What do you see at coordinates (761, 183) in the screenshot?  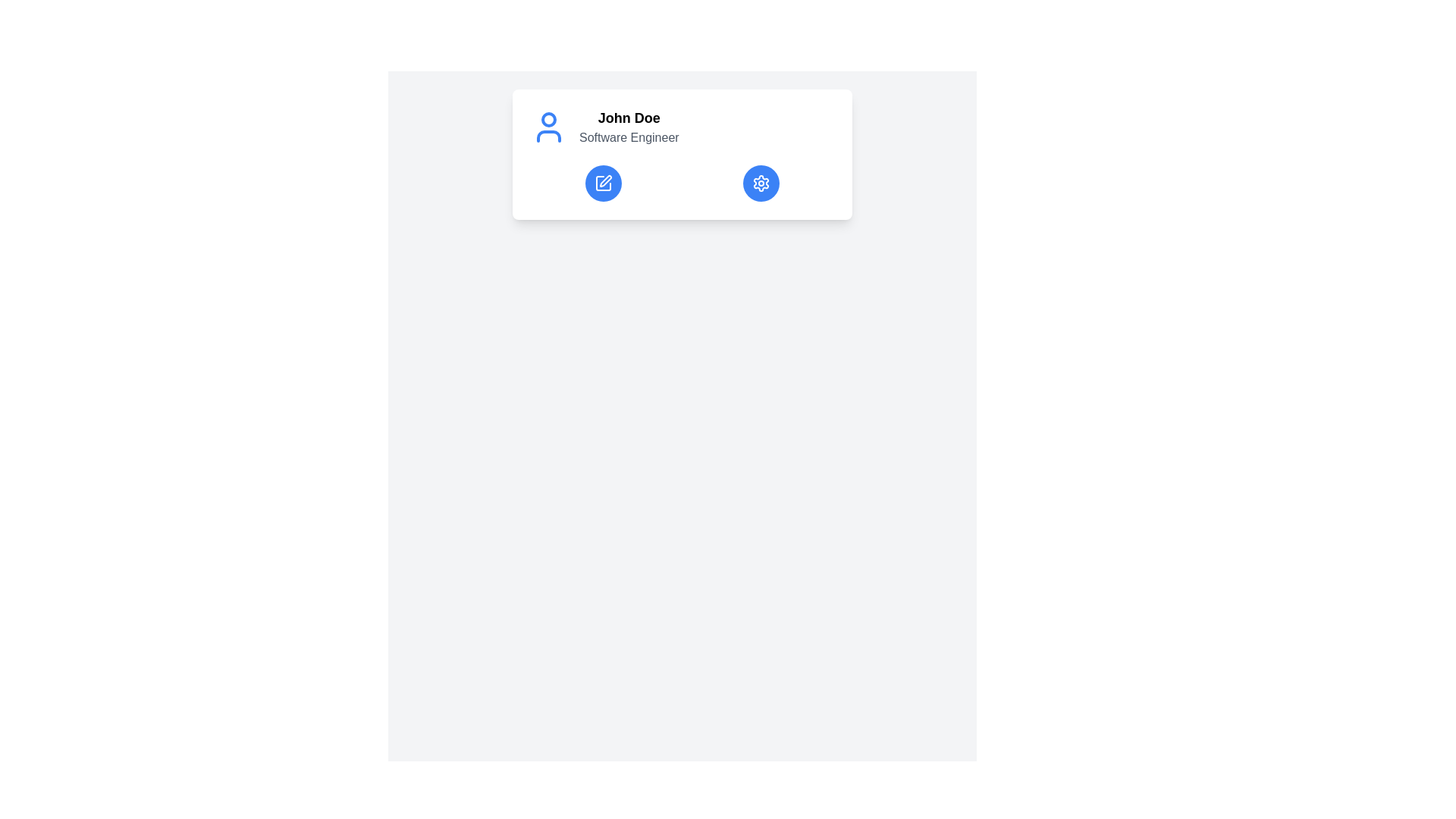 I see `the settings button, which is the second interactive button in a horizontal row within a white card component displaying user information` at bounding box center [761, 183].